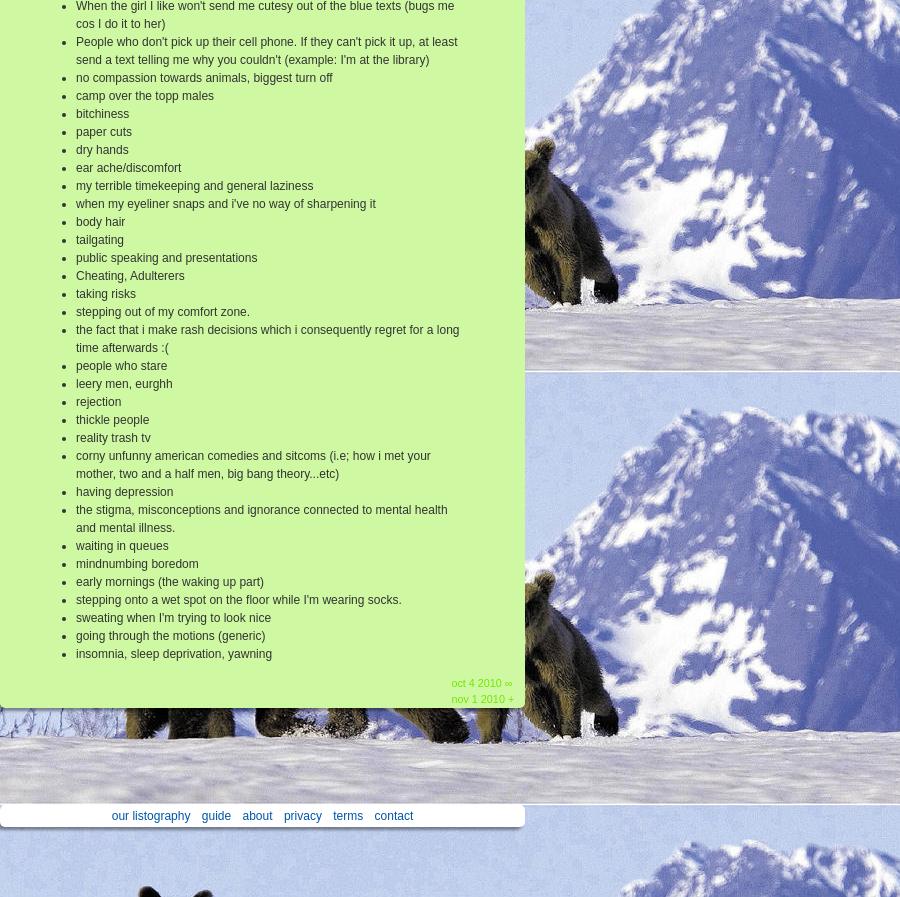  I want to click on 'camp over the topp males', so click(144, 94).